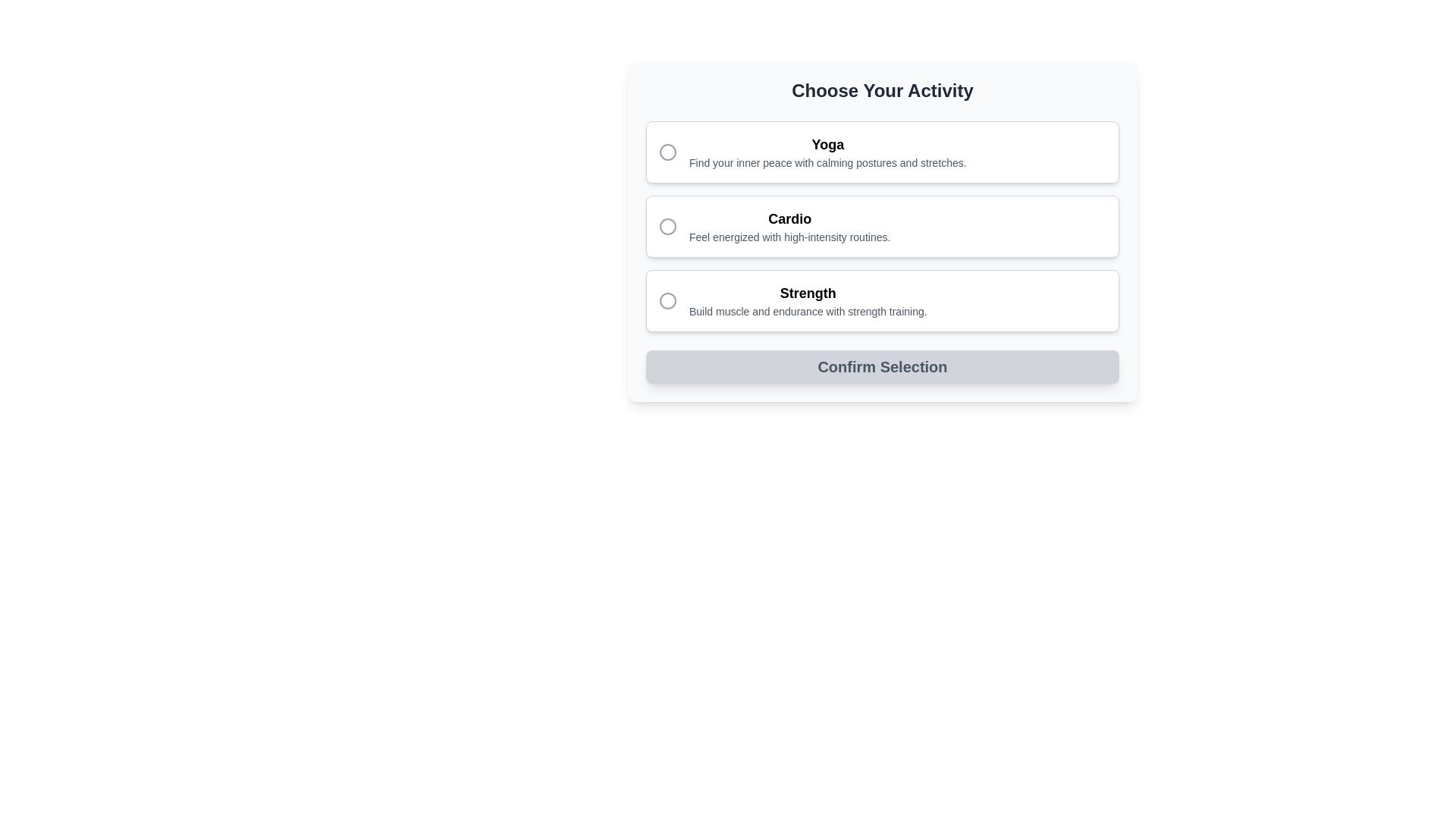  Describe the element at coordinates (807, 293) in the screenshot. I see `the bold text label reading 'Strength' which is the primary heading in the third item of a vertical list structure` at that location.